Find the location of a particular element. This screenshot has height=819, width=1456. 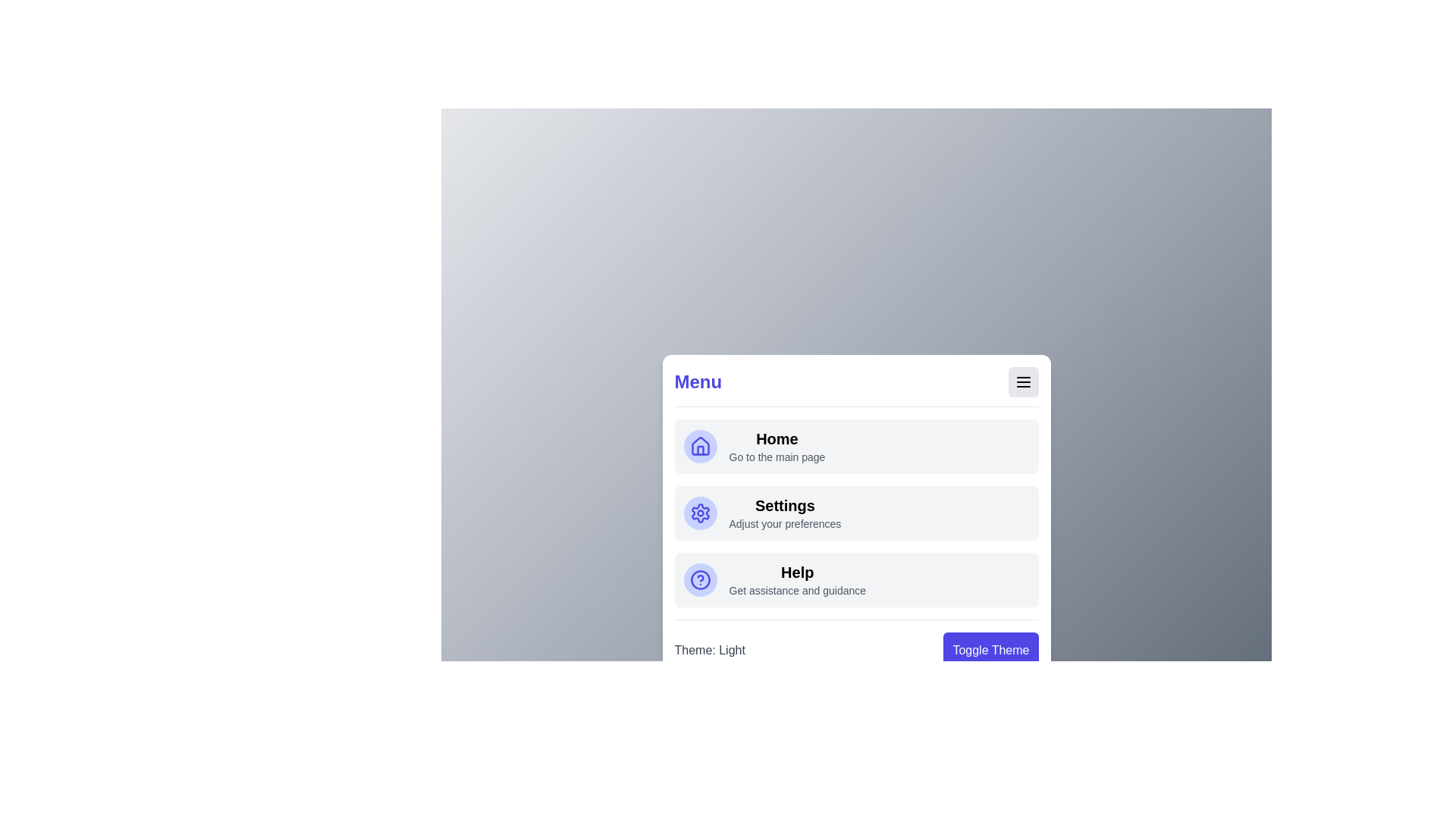

the 'Toggle Theme' button to toggle the theme is located at coordinates (990, 649).